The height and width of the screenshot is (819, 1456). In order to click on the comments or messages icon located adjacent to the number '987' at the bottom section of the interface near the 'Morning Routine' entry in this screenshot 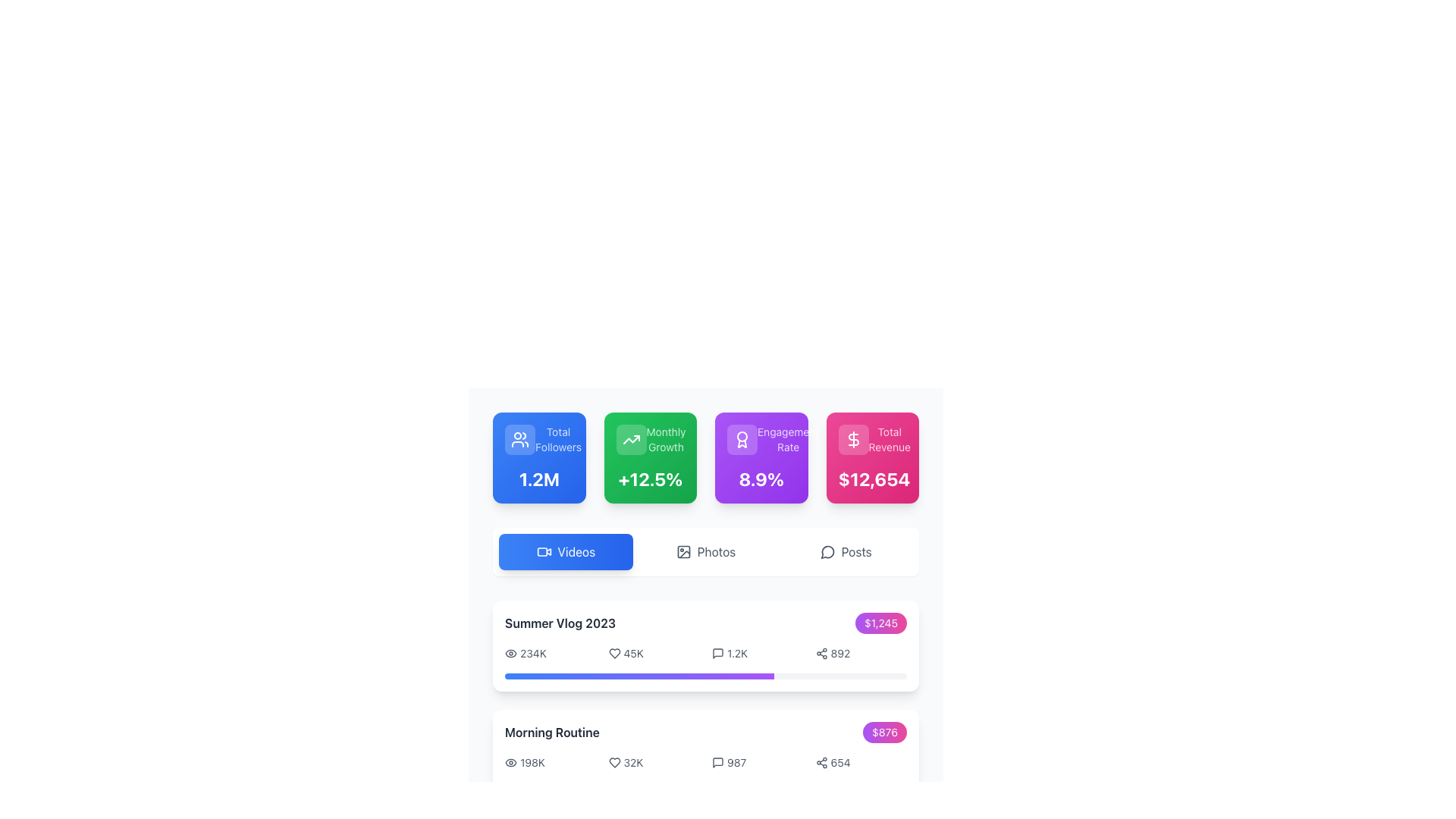, I will do `click(717, 763)`.